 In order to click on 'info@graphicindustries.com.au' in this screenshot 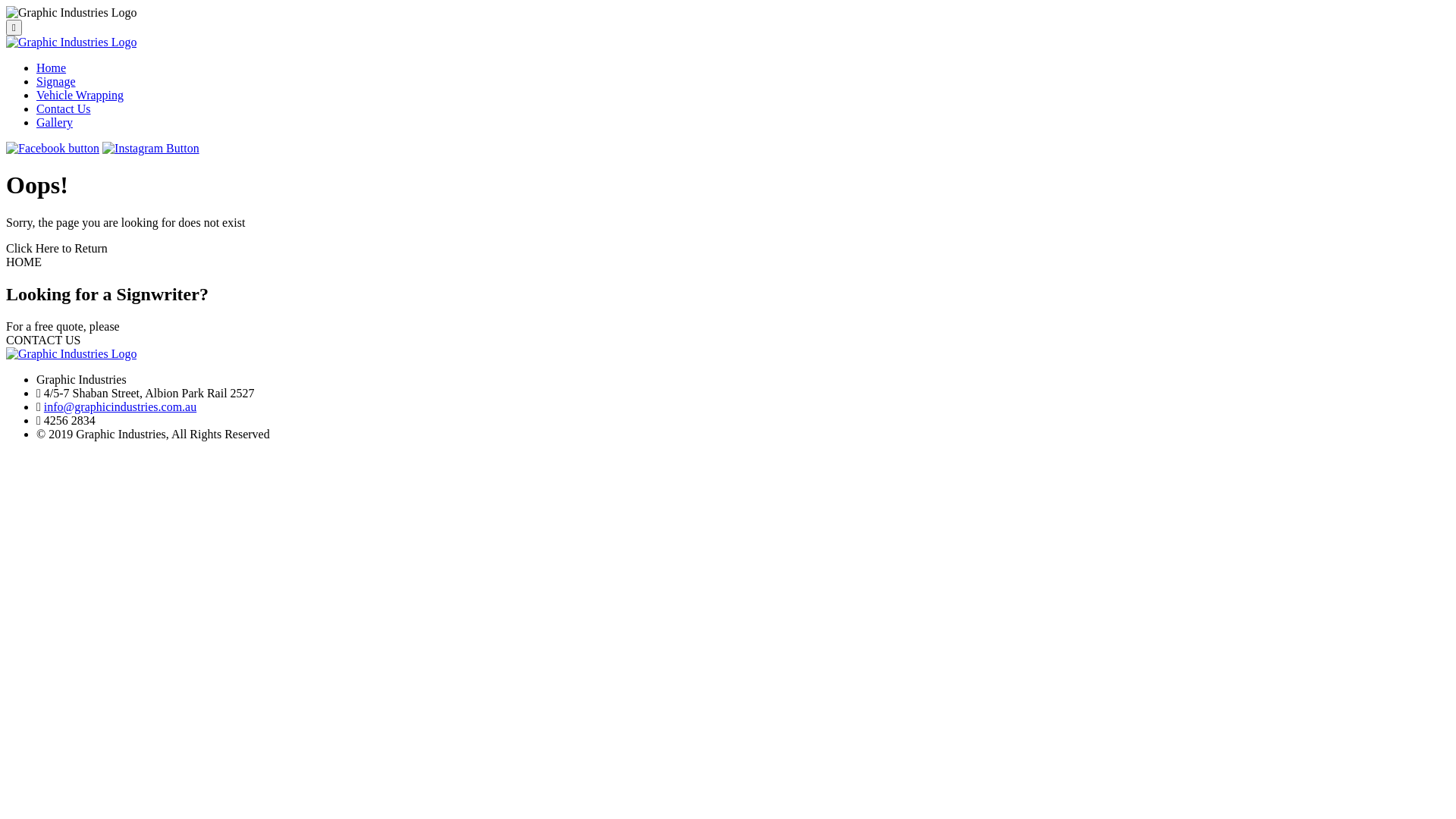, I will do `click(119, 406)`.